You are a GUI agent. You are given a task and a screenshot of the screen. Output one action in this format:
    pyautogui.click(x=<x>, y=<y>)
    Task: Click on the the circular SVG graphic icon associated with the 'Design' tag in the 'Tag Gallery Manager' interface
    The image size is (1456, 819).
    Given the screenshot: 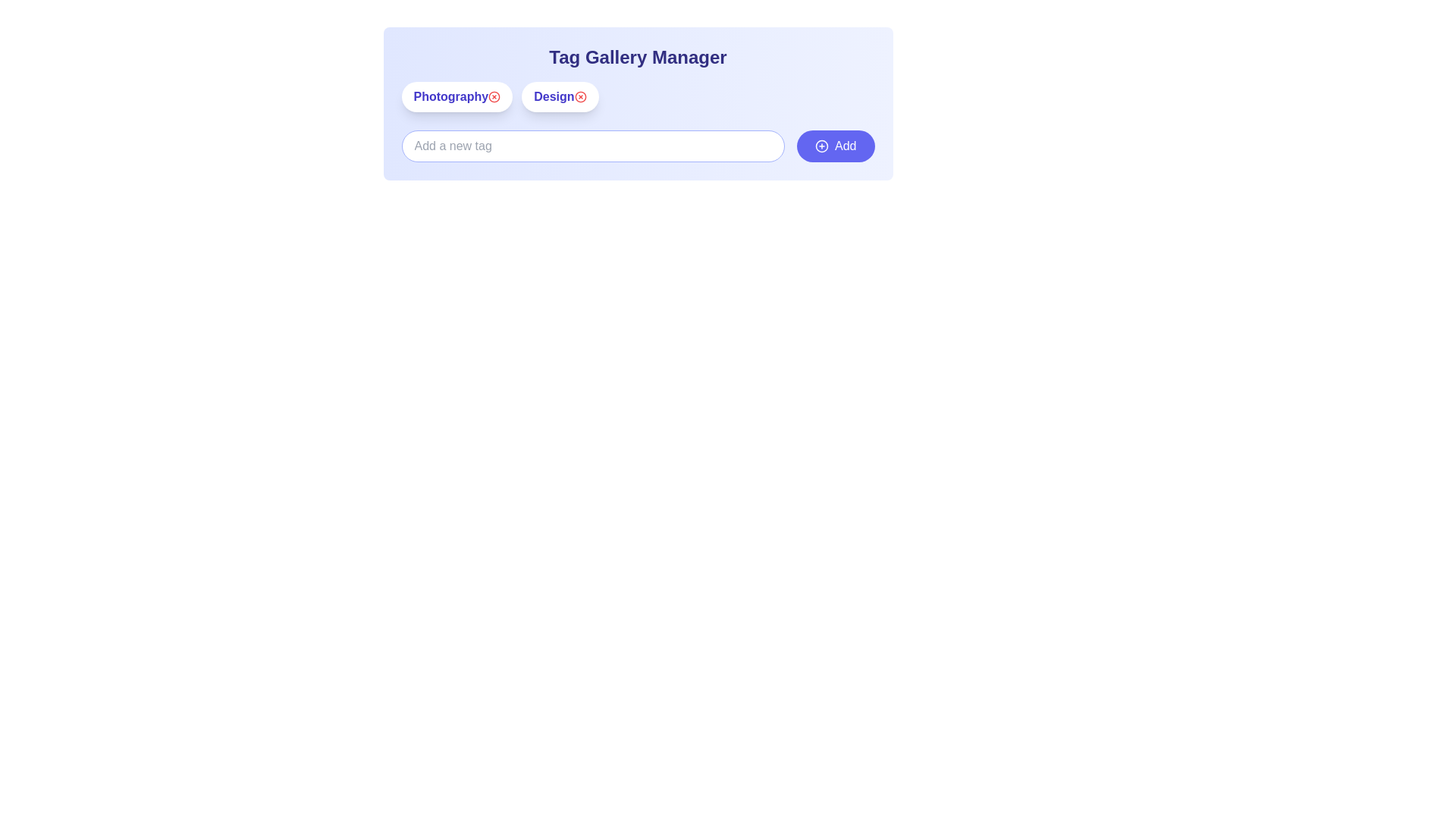 What is the action you would take?
    pyautogui.click(x=579, y=96)
    